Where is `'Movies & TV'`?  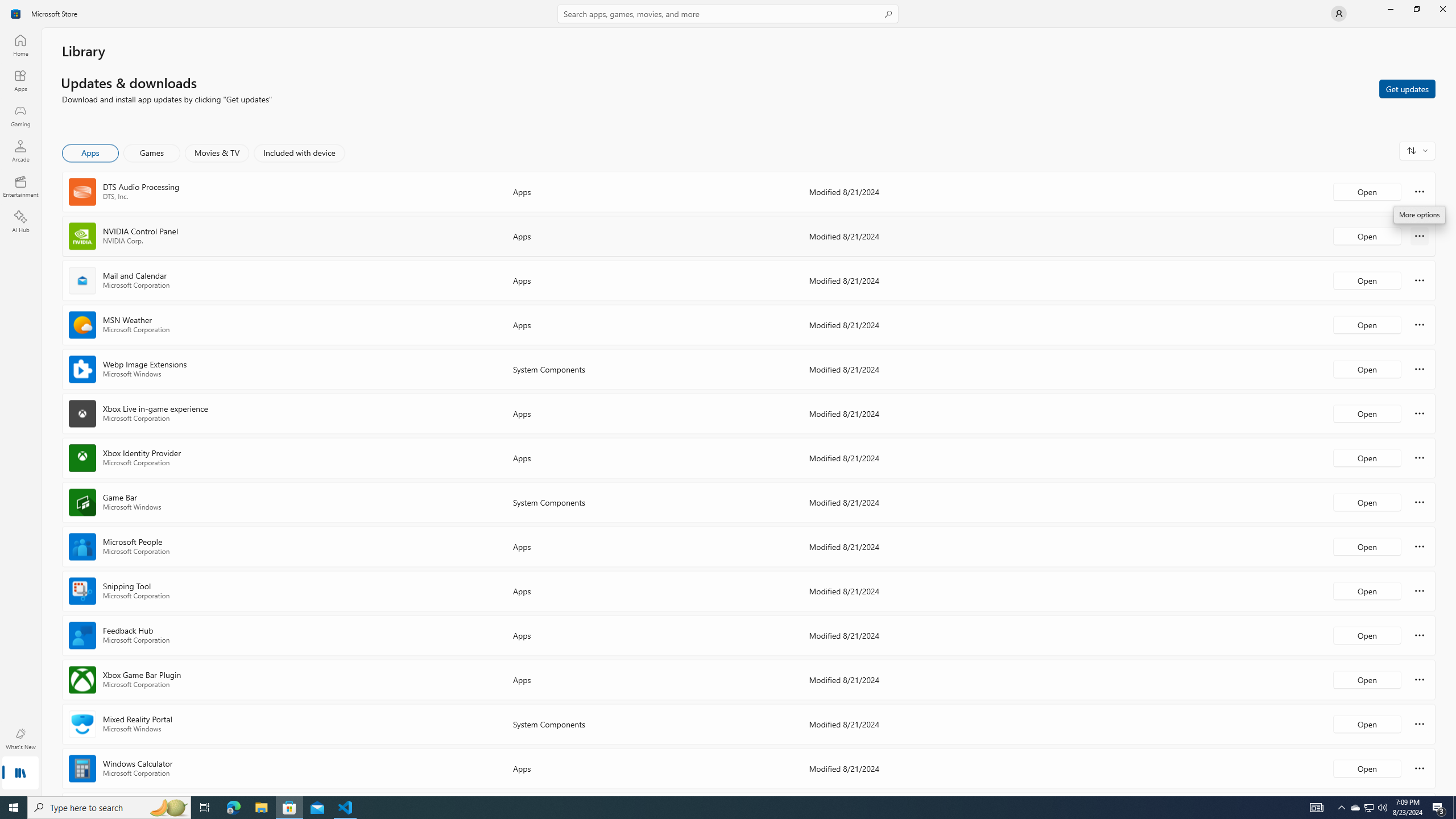 'Movies & TV' is located at coordinates (216, 152).